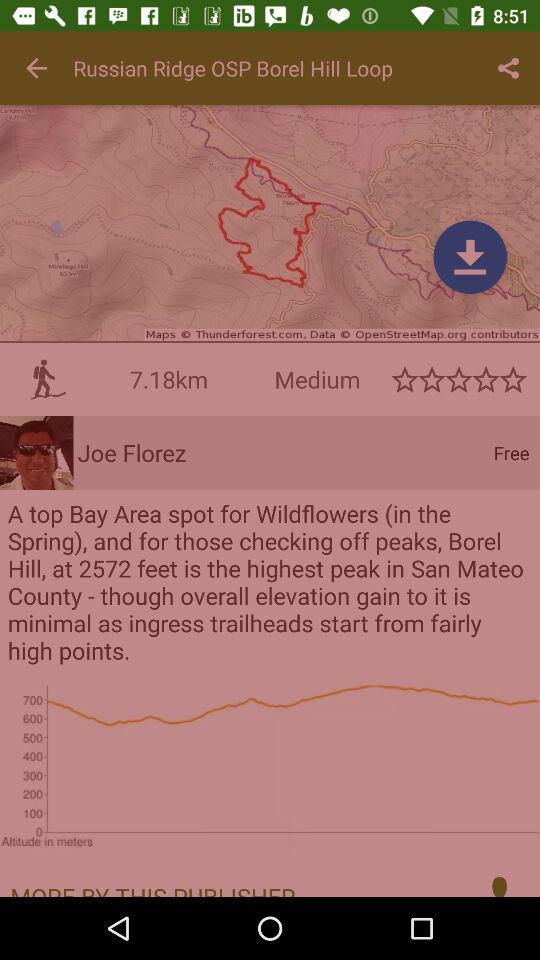 Image resolution: width=540 pixels, height=960 pixels. I want to click on download offline map, so click(470, 256).